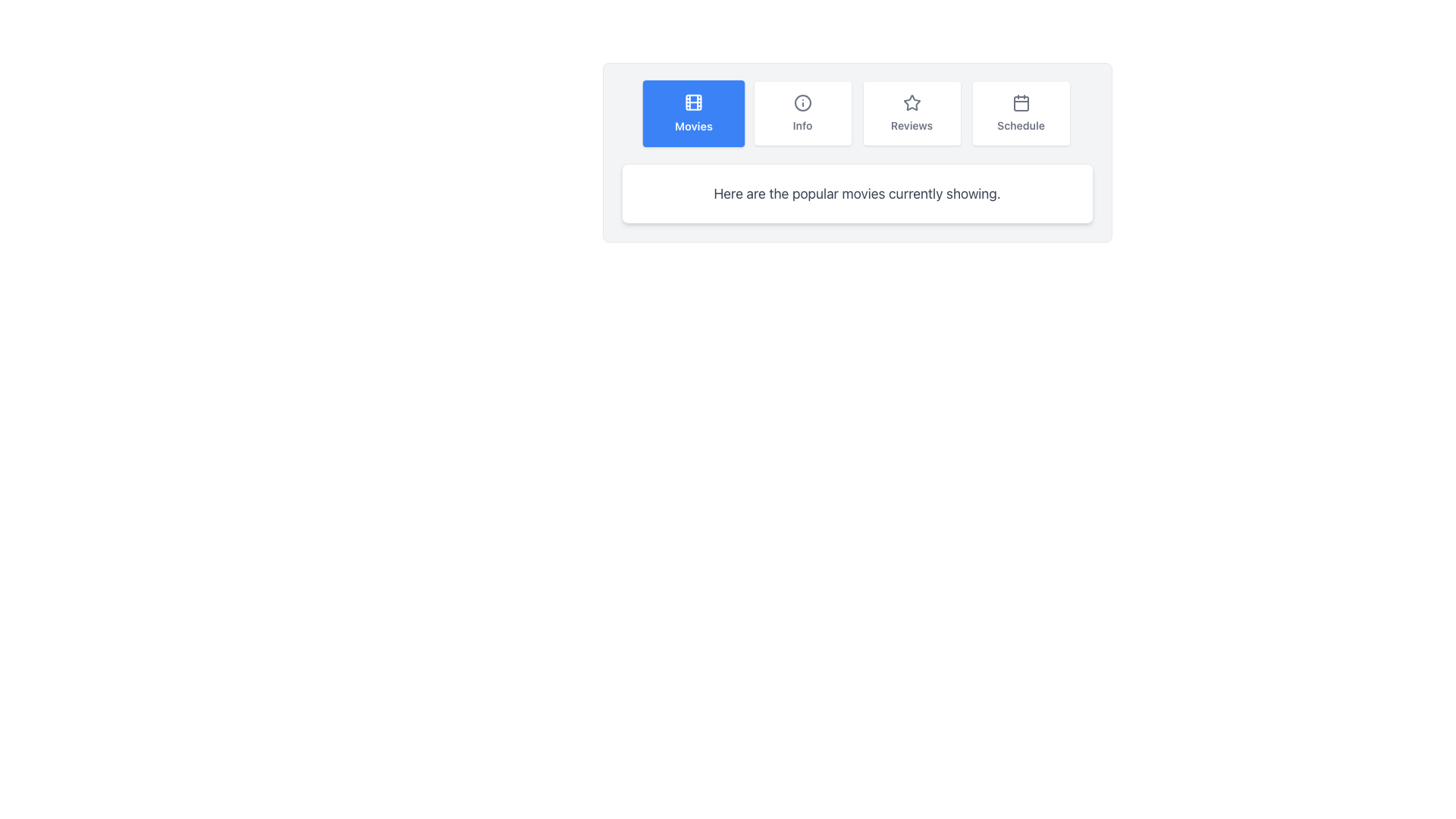 Image resolution: width=1456 pixels, height=819 pixels. I want to click on the Text Display element that shows the message 'Here are the popular movies currently showing.' which is styled with dark gray text on a white background and is located below a row of interactive buttons, so click(857, 193).